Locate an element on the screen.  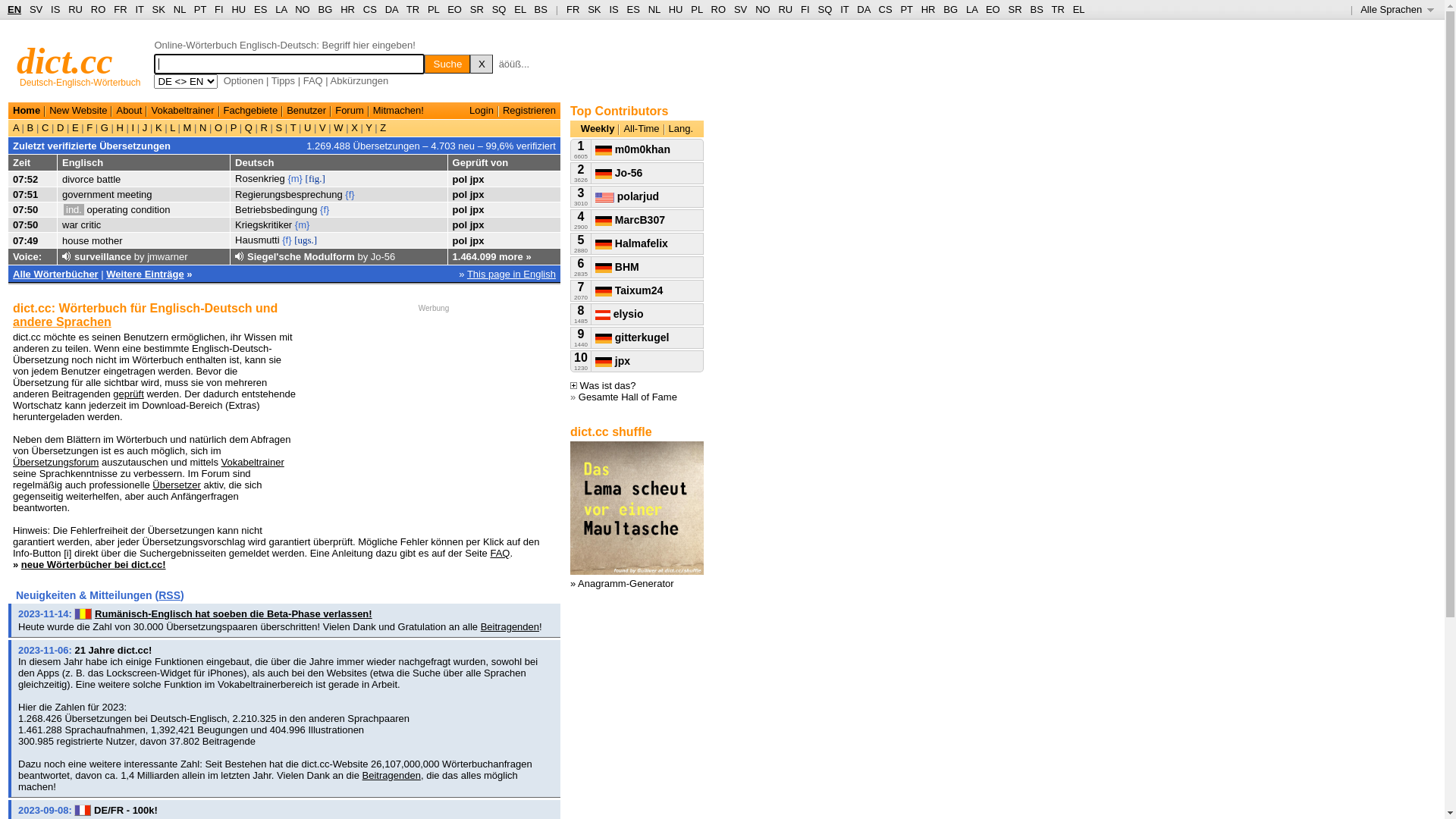
'EO' is located at coordinates (447, 9).